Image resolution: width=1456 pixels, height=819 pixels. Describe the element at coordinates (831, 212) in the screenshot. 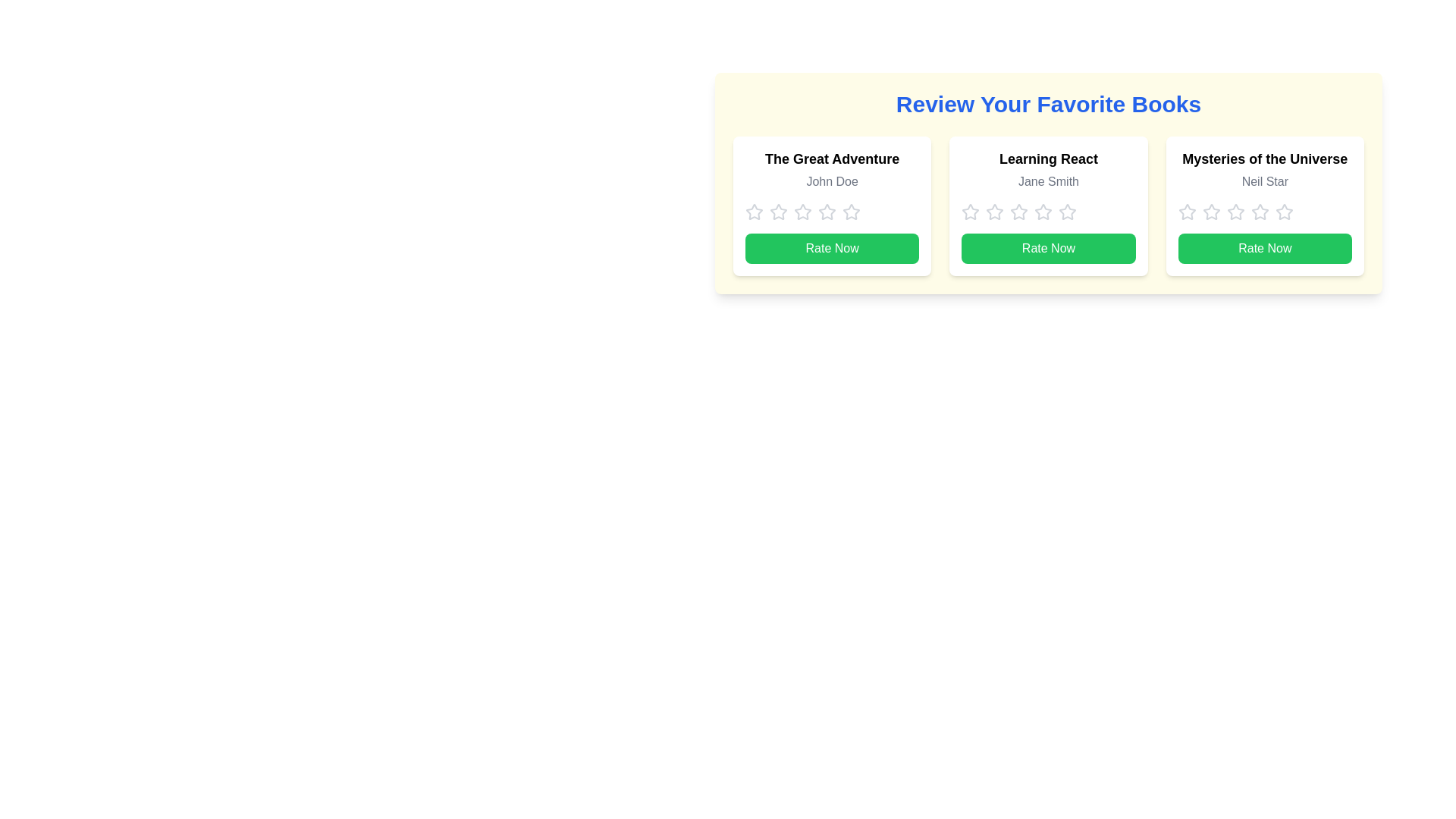

I see `the star in the interactive star rating component for the card labeled 'The Great Adventure' by 'John Doe'` at that location.